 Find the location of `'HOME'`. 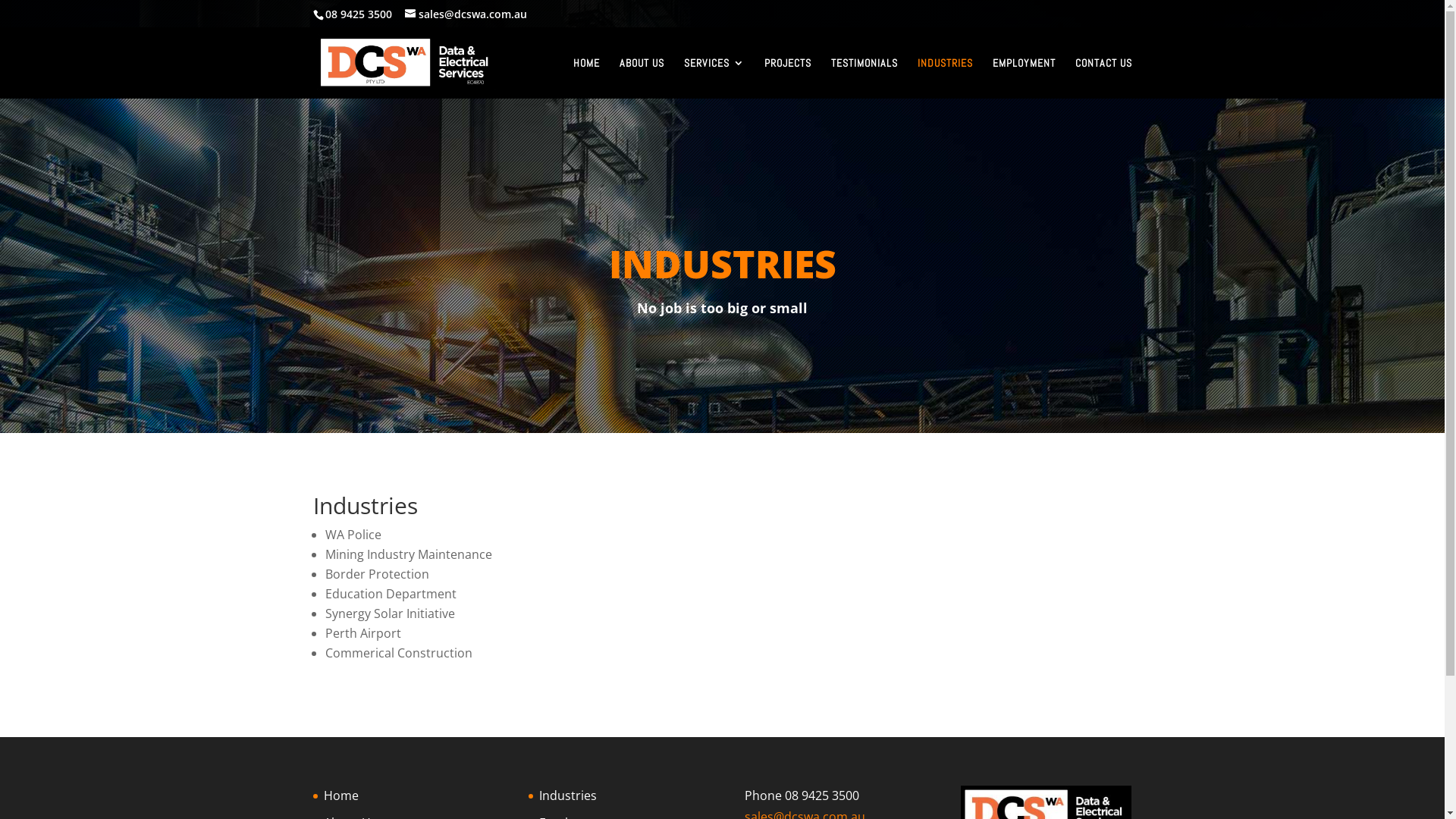

'HOME' is located at coordinates (585, 78).